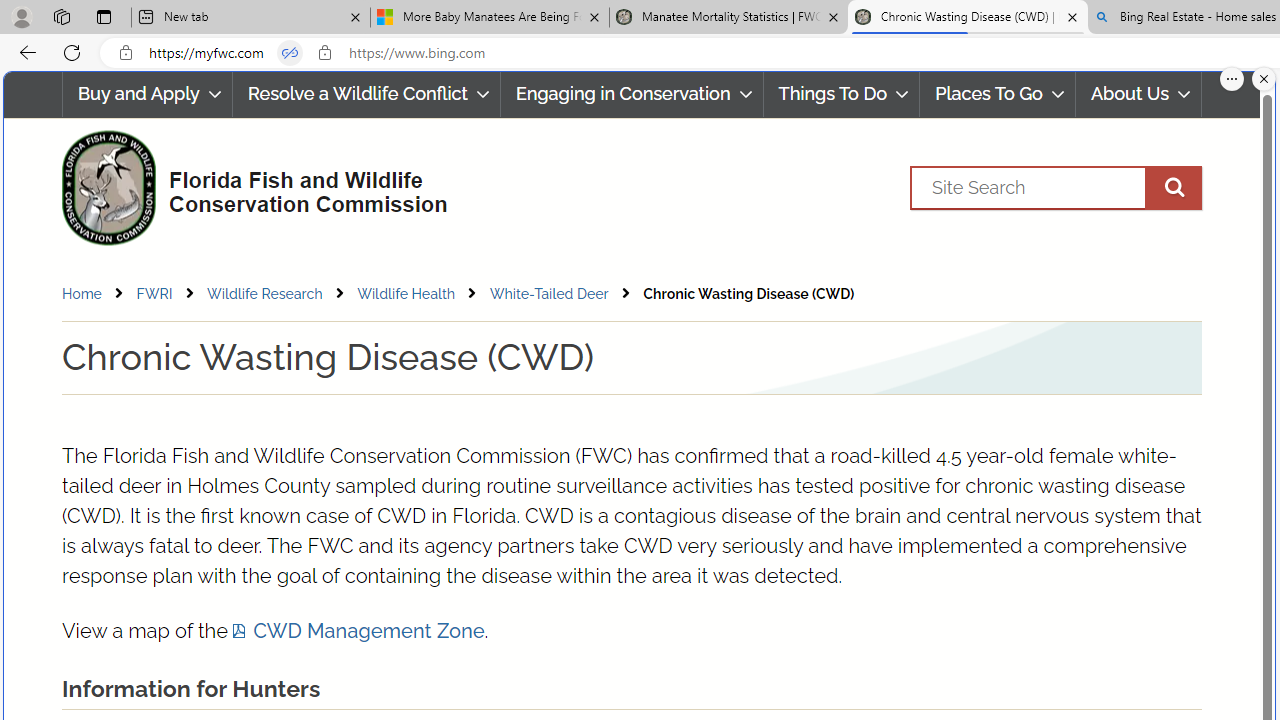  What do you see at coordinates (107, 187) in the screenshot?
I see `'FWC Logo'` at bounding box center [107, 187].